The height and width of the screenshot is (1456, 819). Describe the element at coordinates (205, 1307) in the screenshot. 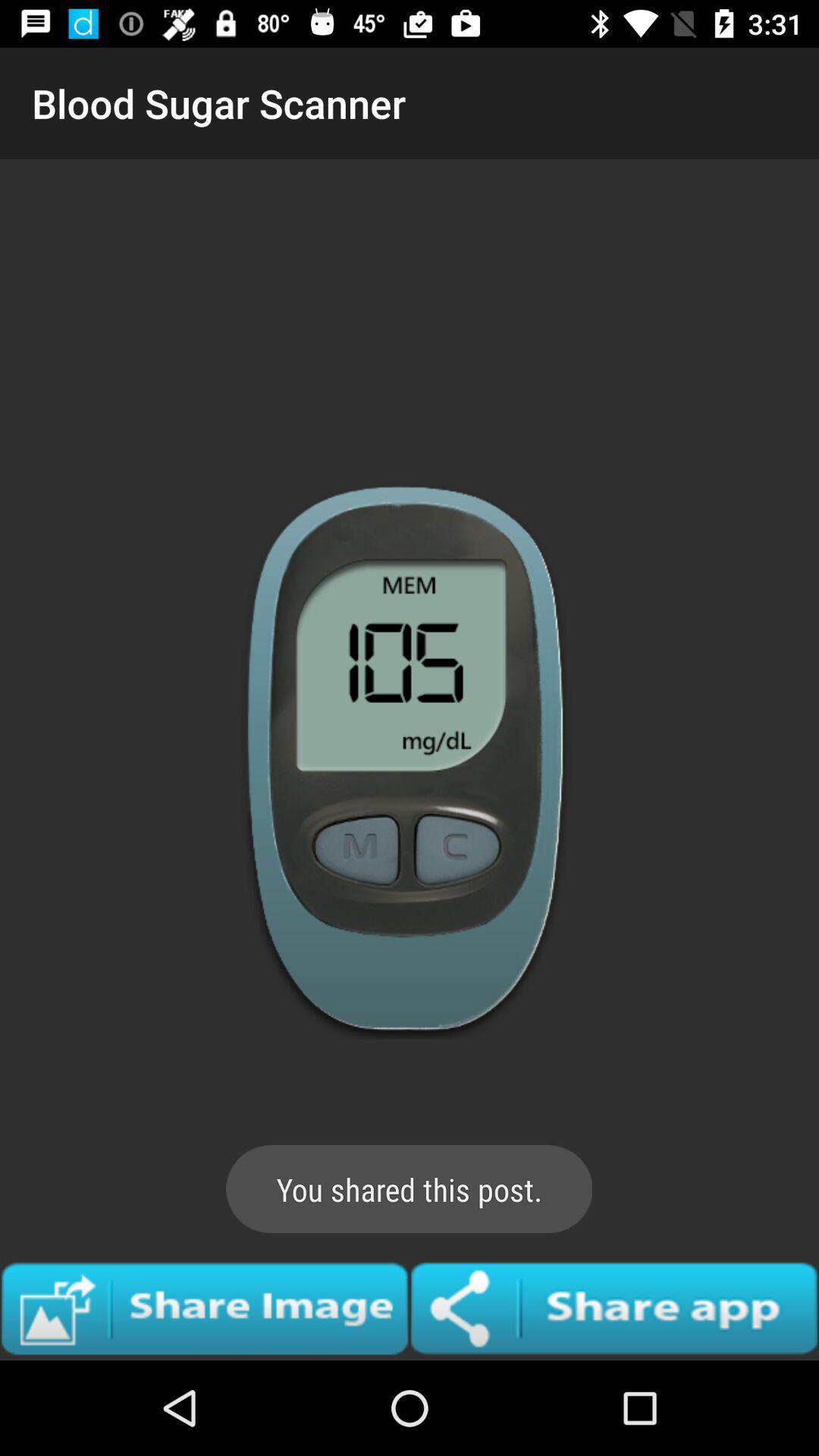

I see `share image` at that location.